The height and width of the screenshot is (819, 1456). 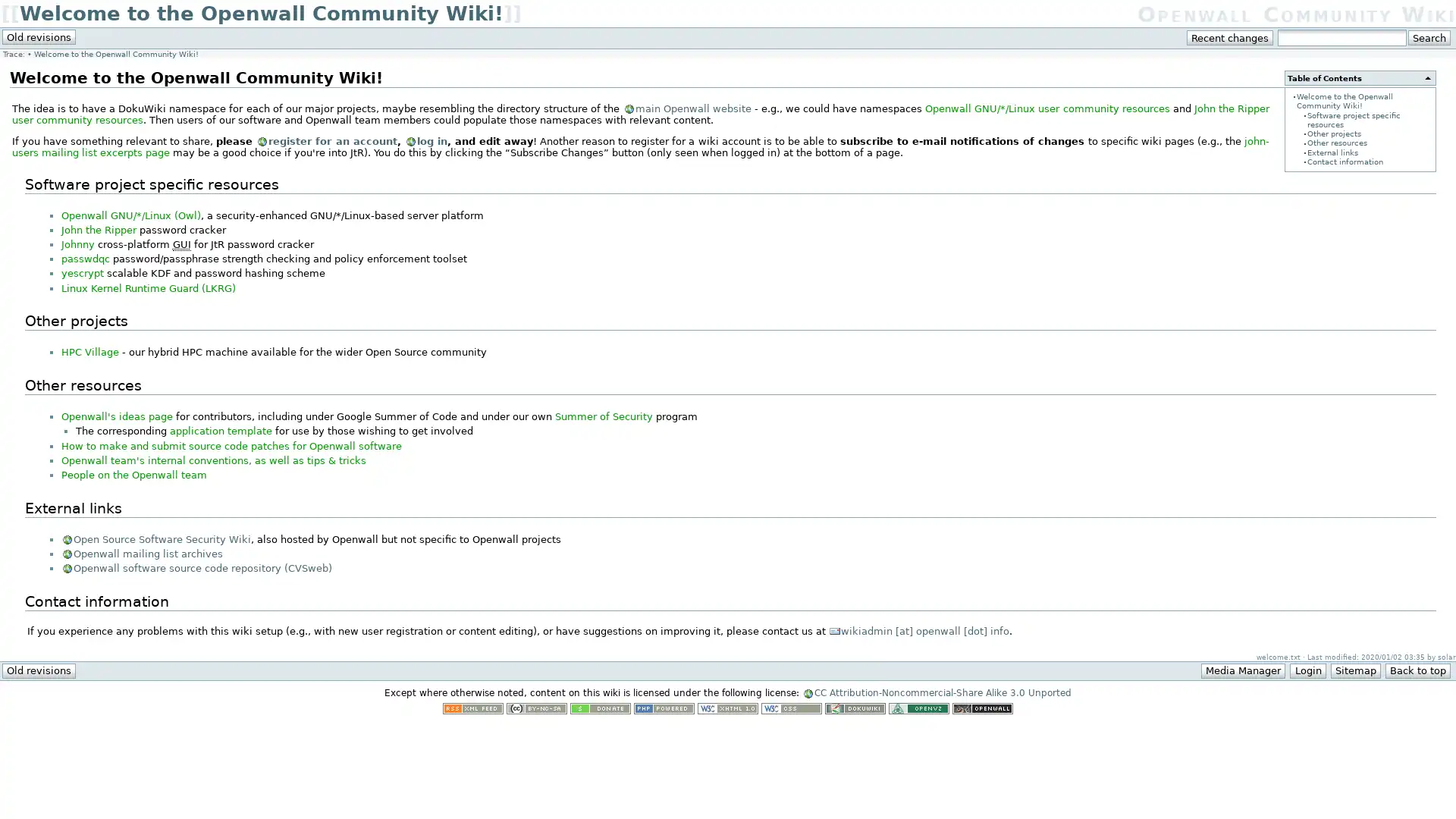 What do you see at coordinates (39, 670) in the screenshot?
I see `Old revisions` at bounding box center [39, 670].